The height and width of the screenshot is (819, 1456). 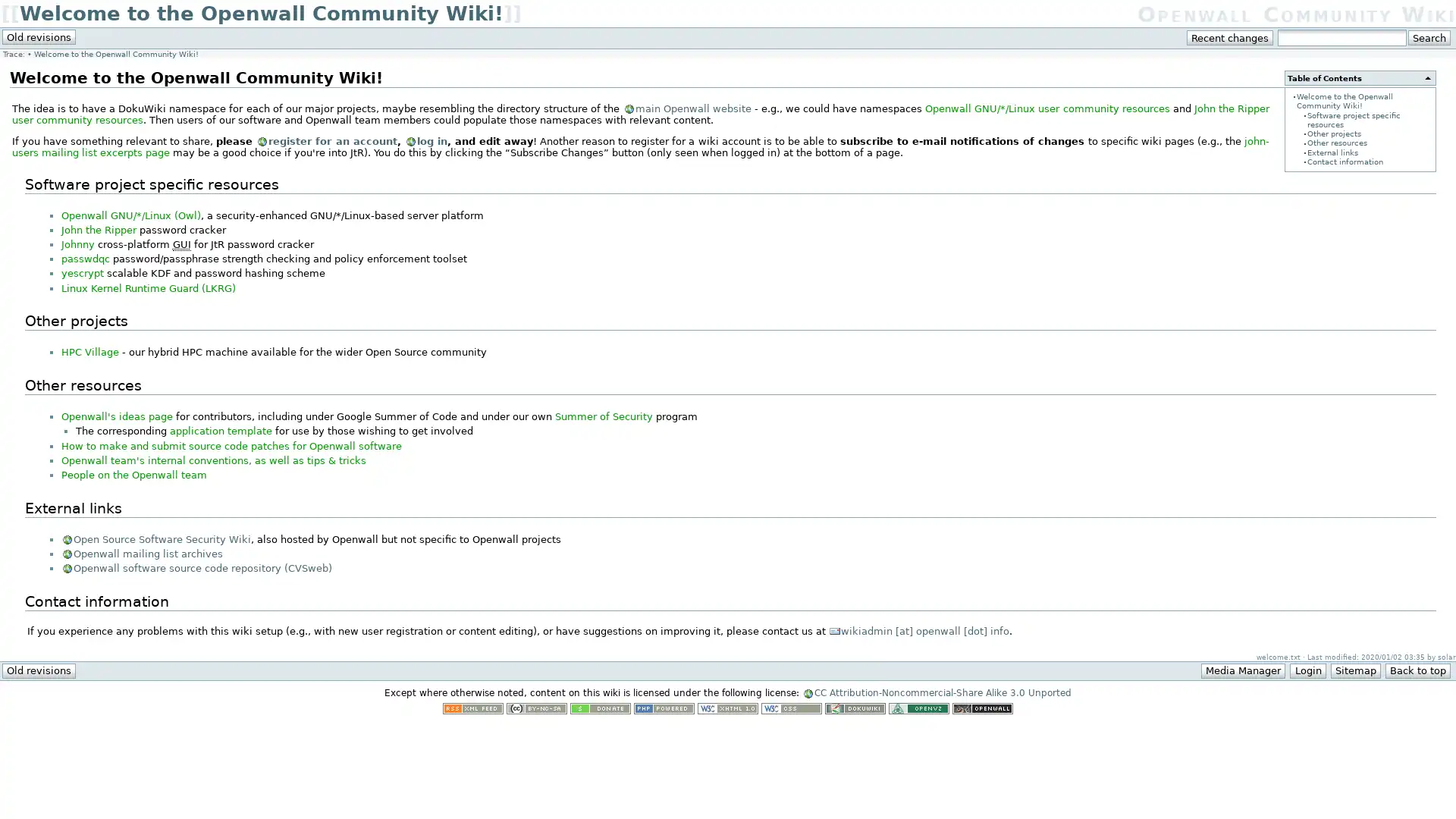 What do you see at coordinates (39, 670) in the screenshot?
I see `Old revisions` at bounding box center [39, 670].